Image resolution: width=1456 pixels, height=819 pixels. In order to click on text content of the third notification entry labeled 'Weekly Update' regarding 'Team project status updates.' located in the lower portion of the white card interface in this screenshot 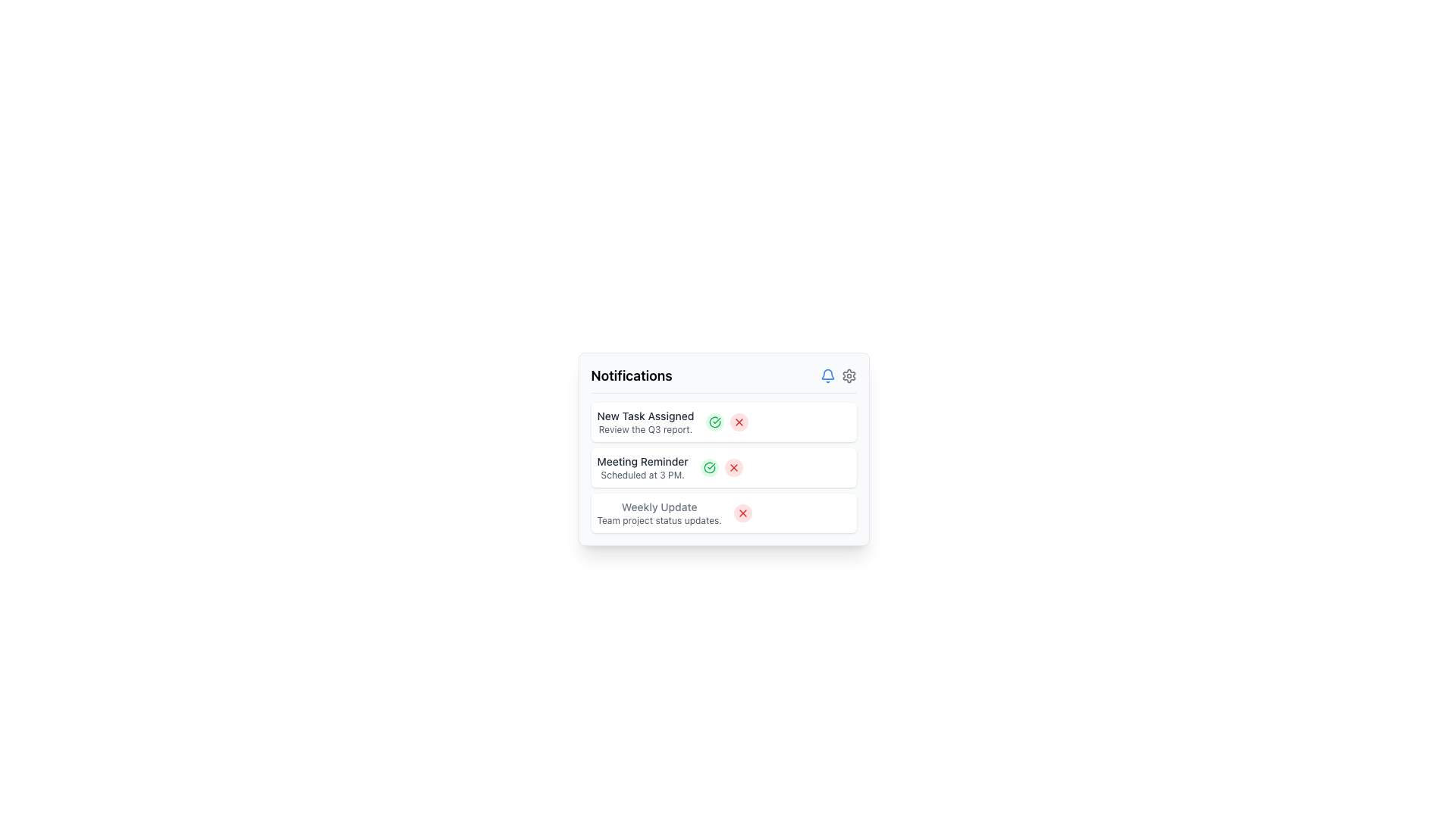, I will do `click(659, 513)`.